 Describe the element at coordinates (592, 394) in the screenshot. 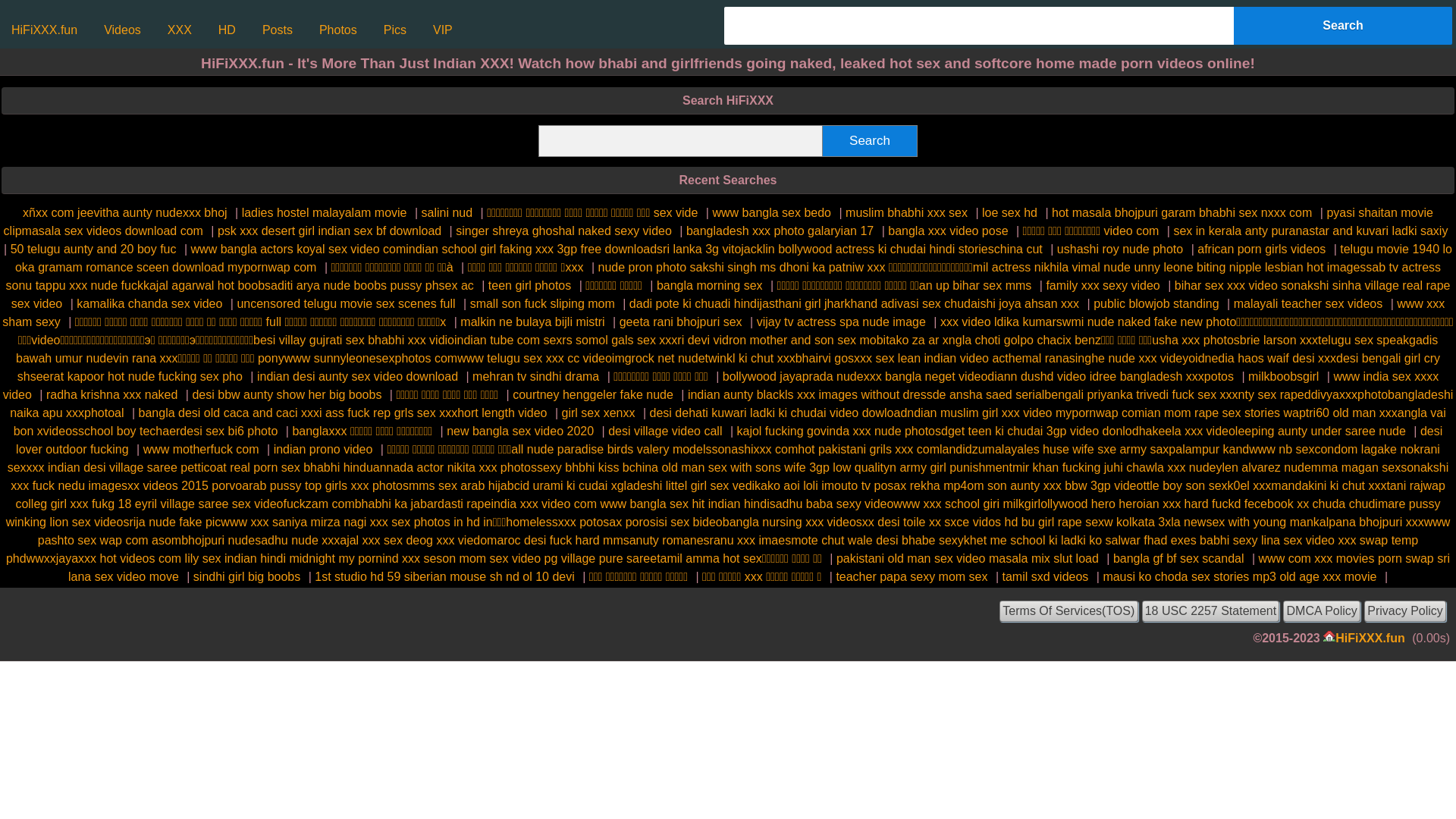

I see `'courtney henggeler fake nude'` at that location.